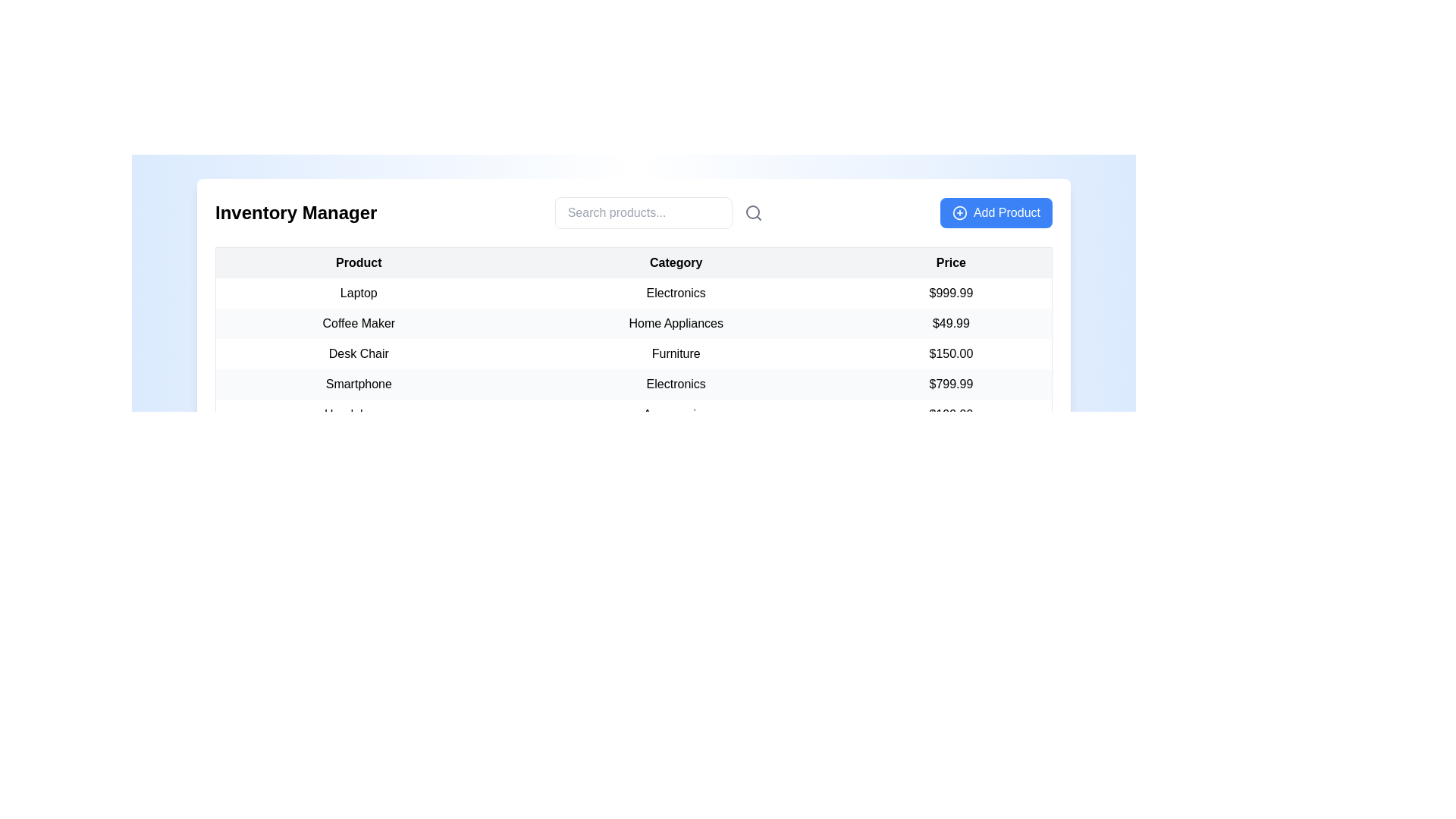  What do you see at coordinates (675, 293) in the screenshot?
I see `the text cell labeled 'Electronics', which is the second cell in the first row of the table, positioned between 'Laptop' and '$999.99'` at bounding box center [675, 293].